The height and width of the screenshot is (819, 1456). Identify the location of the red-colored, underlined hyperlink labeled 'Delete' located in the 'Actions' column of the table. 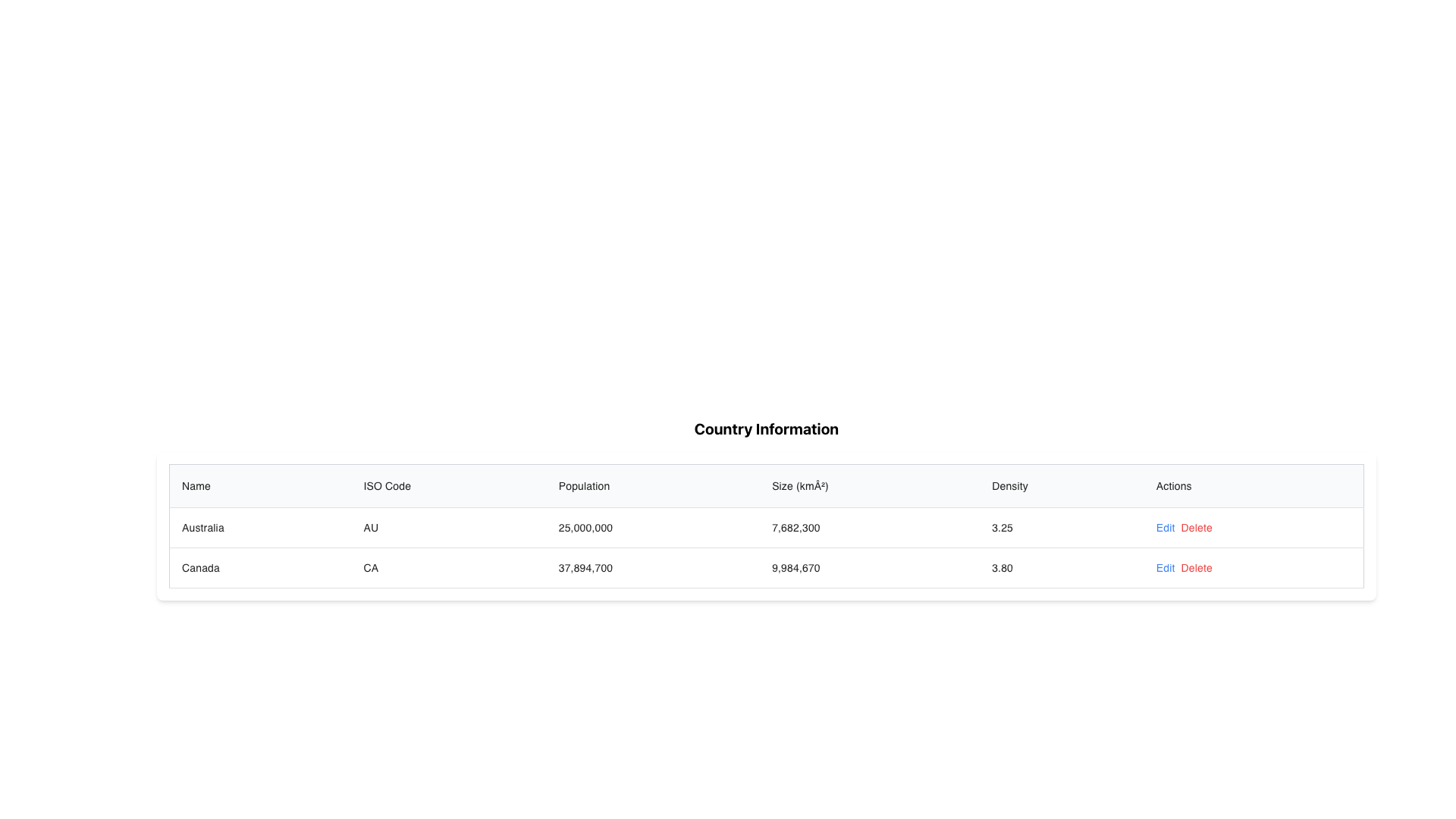
(1196, 527).